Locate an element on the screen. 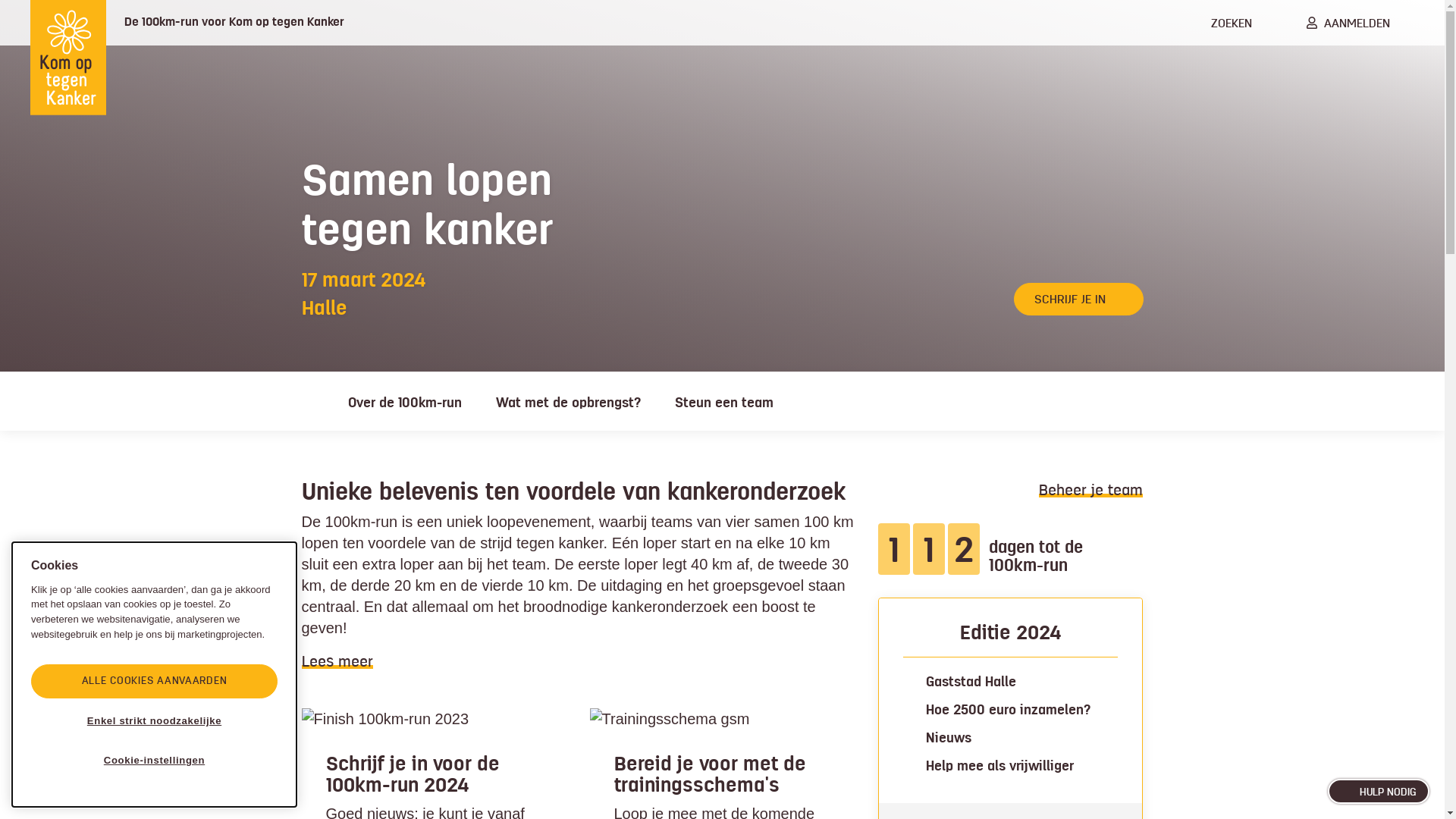 The height and width of the screenshot is (819, 1456). 'Over de 100km-run' is located at coordinates (346, 400).